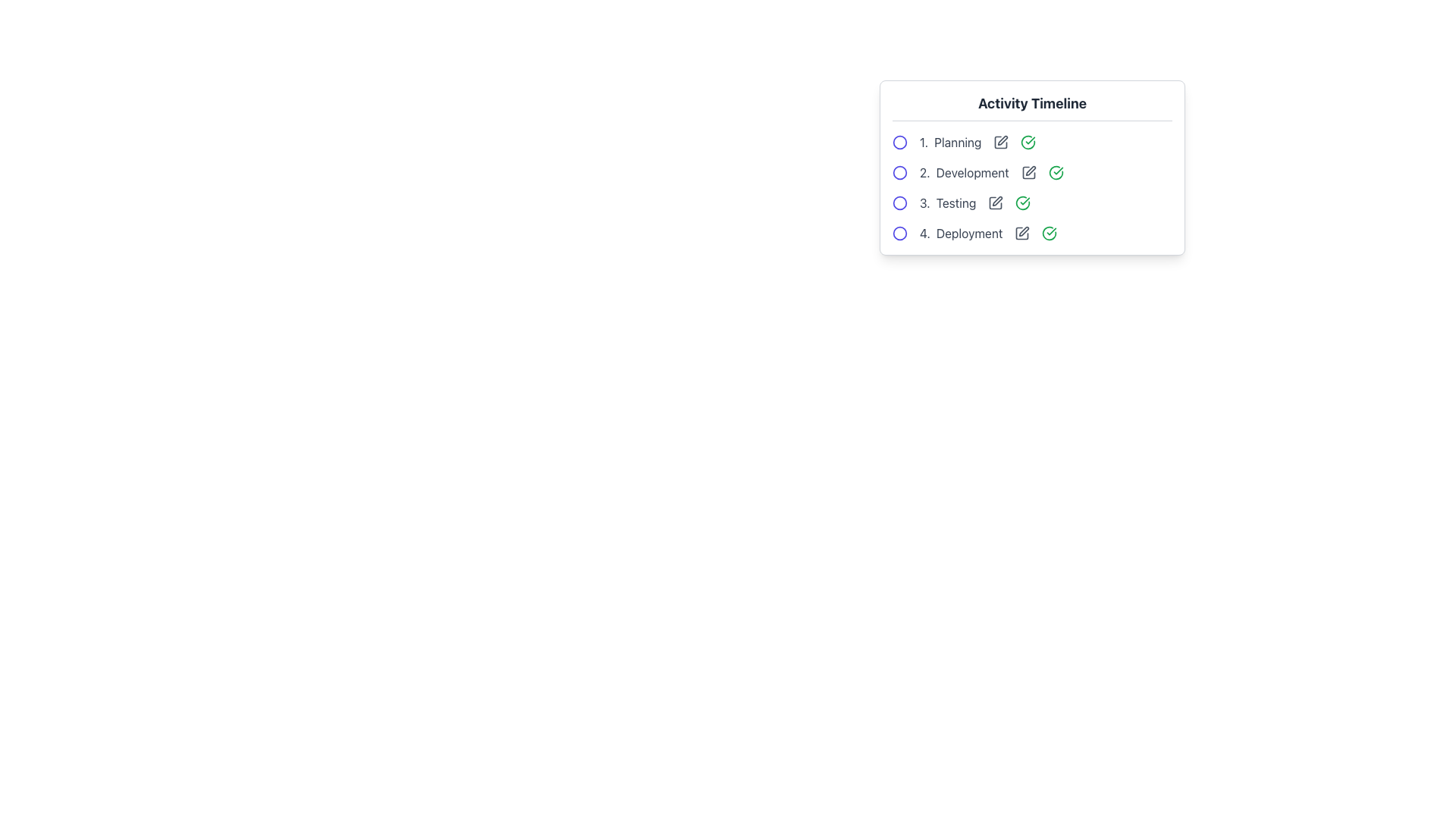 The height and width of the screenshot is (819, 1456). I want to click on the circular green outlined icon with a checkmark symbol located to the right of the text '1. Planning' in the Activity Timeline list, so click(1028, 143).